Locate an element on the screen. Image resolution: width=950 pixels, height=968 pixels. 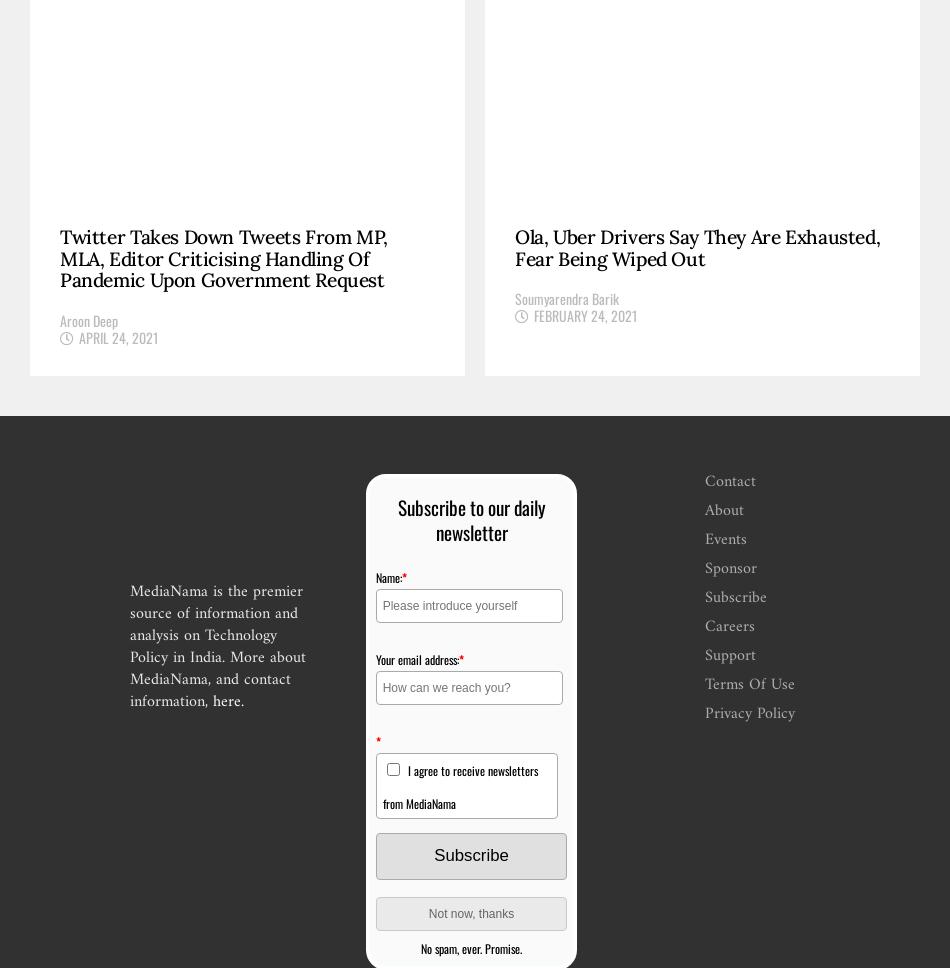
'About' is located at coordinates (723, 510).